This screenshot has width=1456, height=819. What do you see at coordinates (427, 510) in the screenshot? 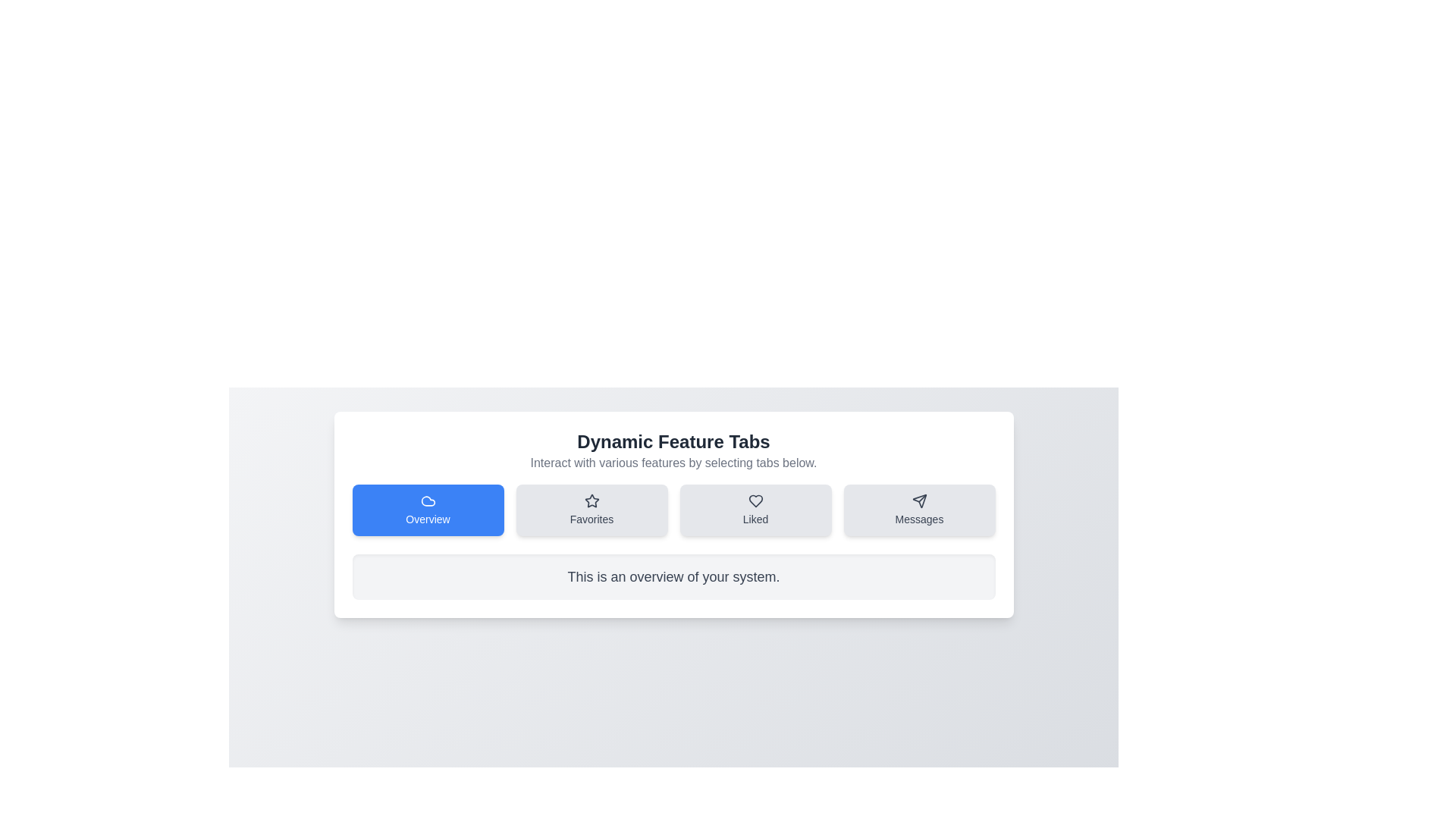
I see `the 'Overview' button, which is a rectangular button with rounded corners, blue background, and white text, located at the far-left position among its siblings in a tab group` at bounding box center [427, 510].